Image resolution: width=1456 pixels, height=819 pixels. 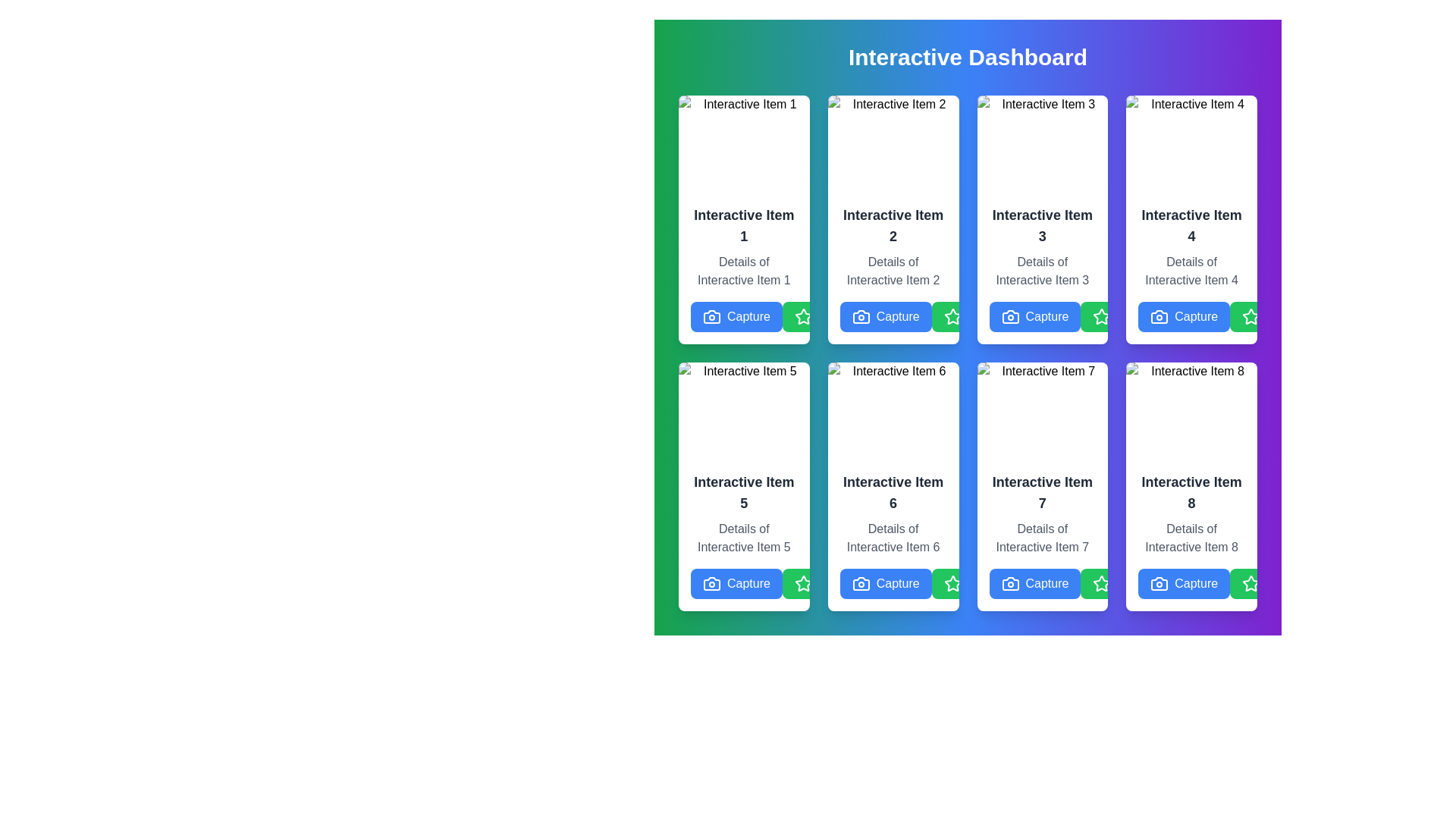 I want to click on the text label displaying 'Interactive Item 8' in bold dark gray, positioned at the center-top of a card in the last column, second row of the grid layout, so click(x=1191, y=493).